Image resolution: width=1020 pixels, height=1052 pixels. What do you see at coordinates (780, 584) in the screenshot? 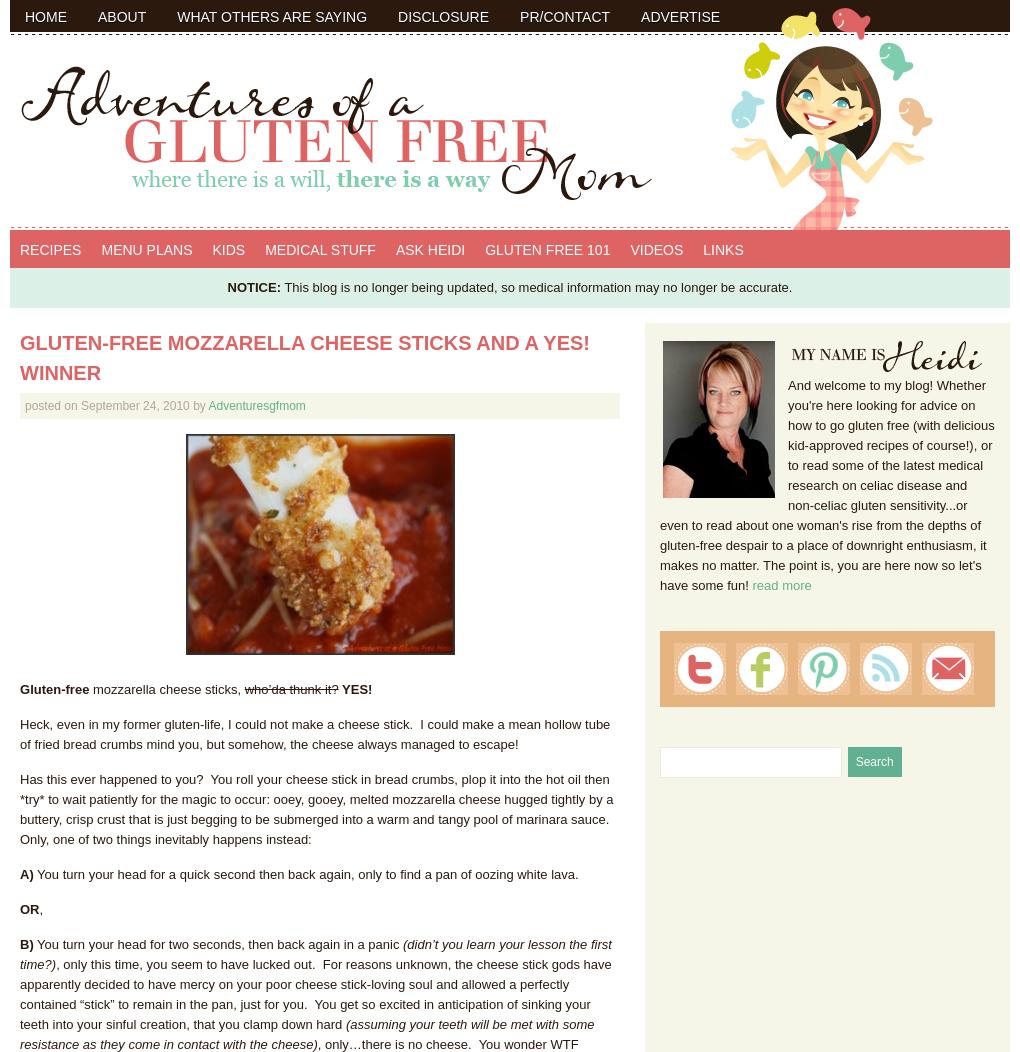
I see `'read more'` at bounding box center [780, 584].